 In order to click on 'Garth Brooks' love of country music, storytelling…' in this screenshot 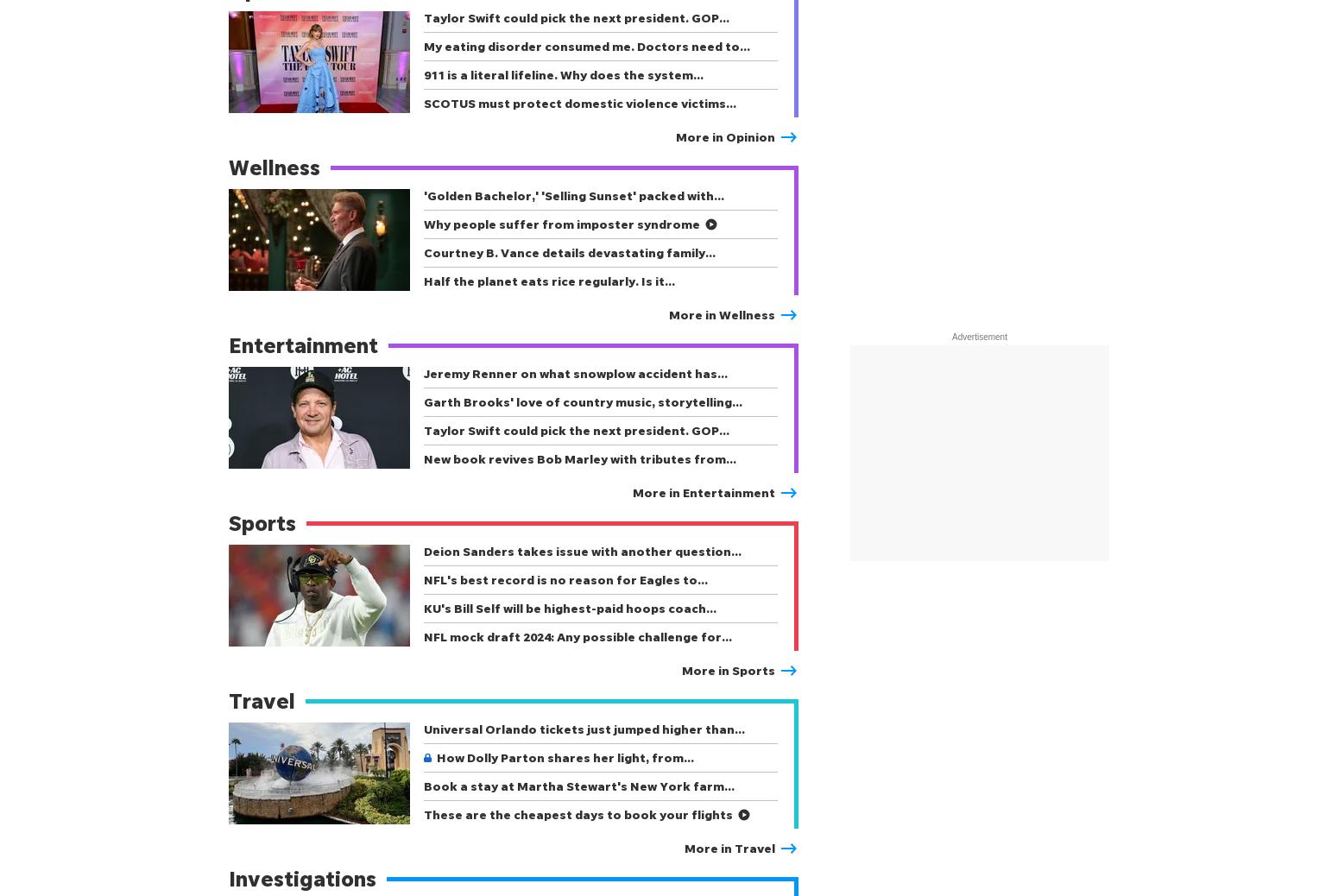, I will do `click(582, 401)`.